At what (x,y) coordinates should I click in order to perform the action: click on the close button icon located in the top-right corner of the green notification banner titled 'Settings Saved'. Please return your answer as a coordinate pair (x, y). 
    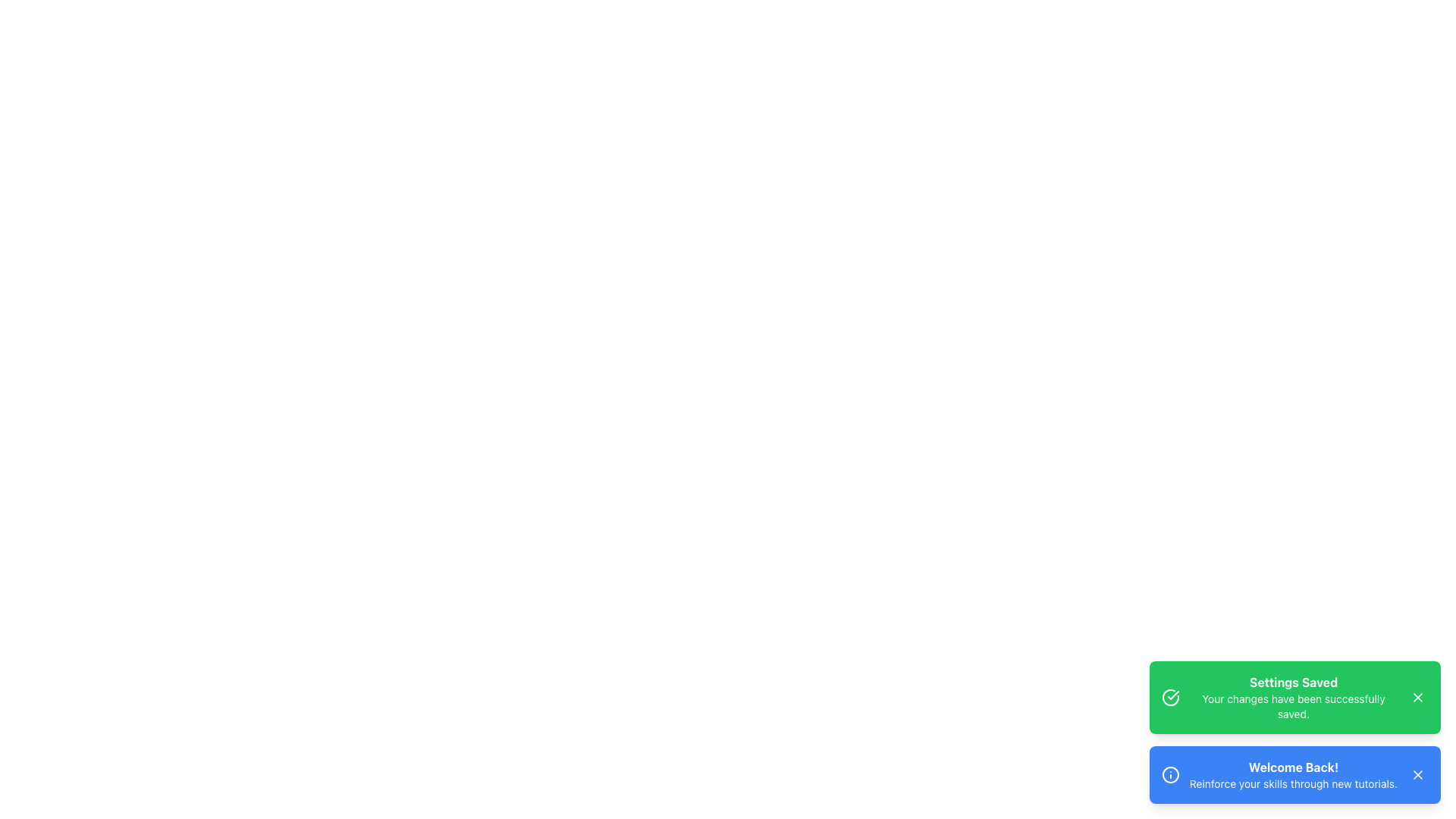
    Looking at the image, I should click on (1417, 698).